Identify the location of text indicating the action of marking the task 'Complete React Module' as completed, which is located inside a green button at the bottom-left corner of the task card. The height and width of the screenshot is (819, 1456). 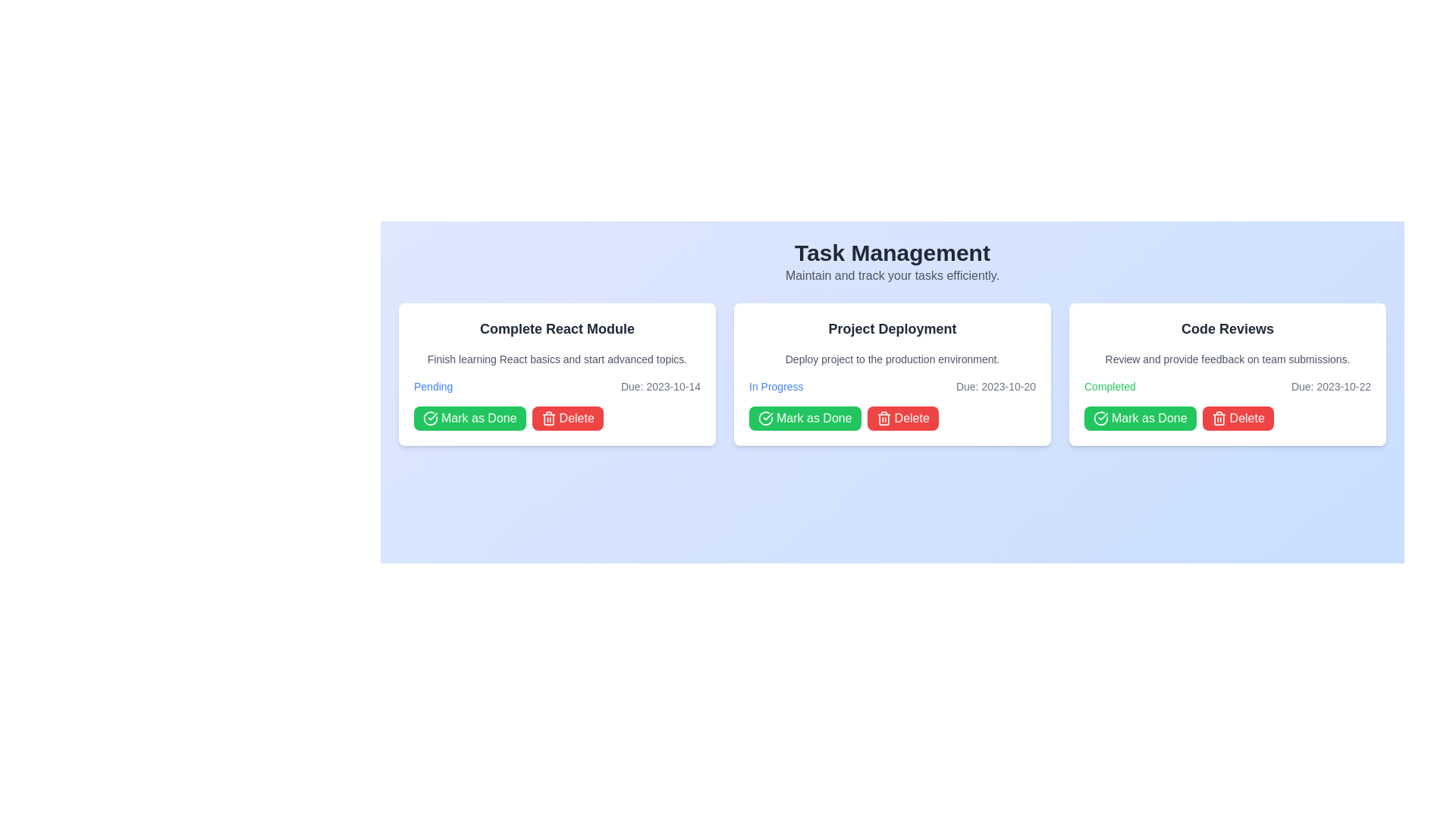
(478, 418).